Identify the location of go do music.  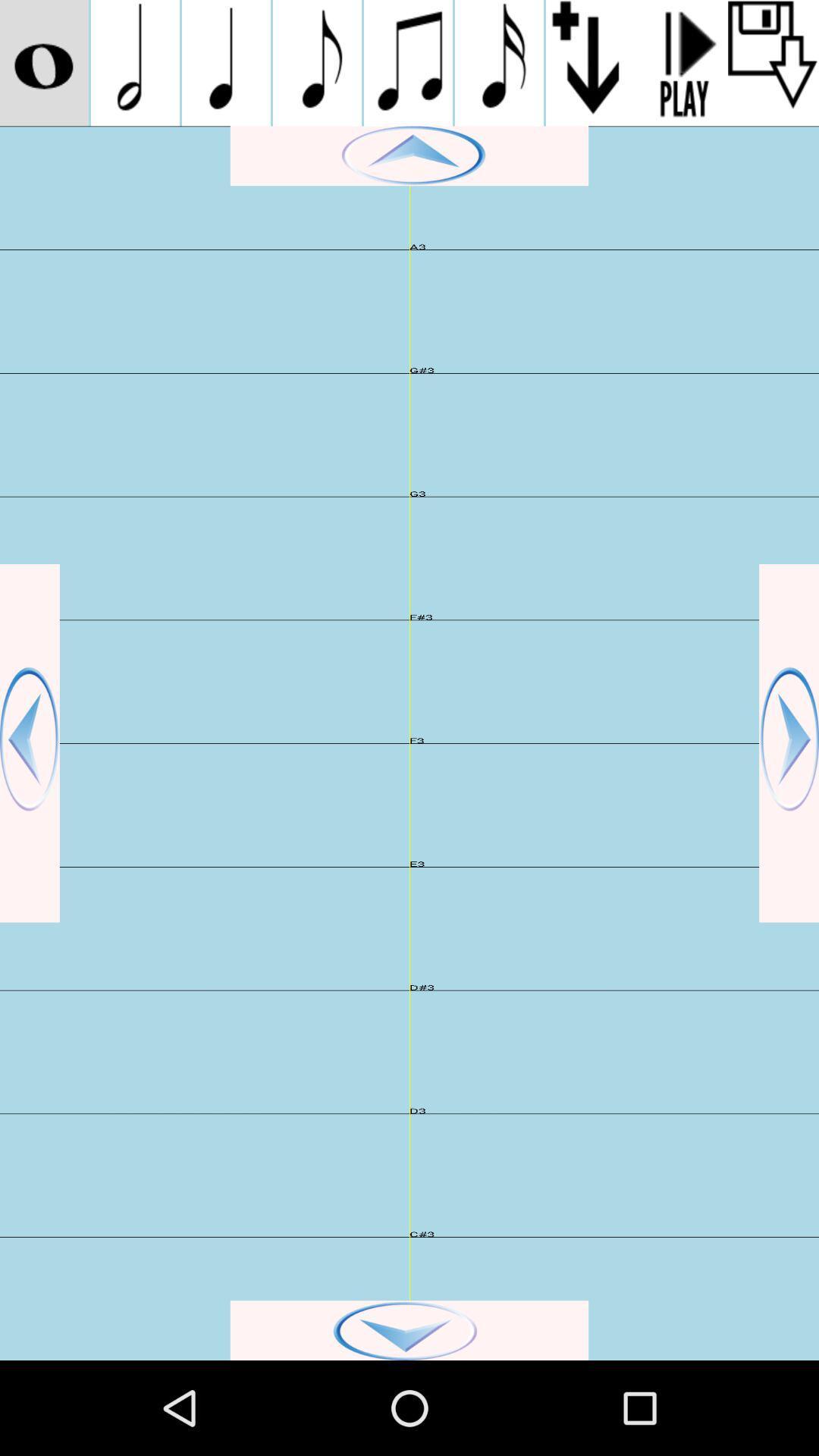
(316, 62).